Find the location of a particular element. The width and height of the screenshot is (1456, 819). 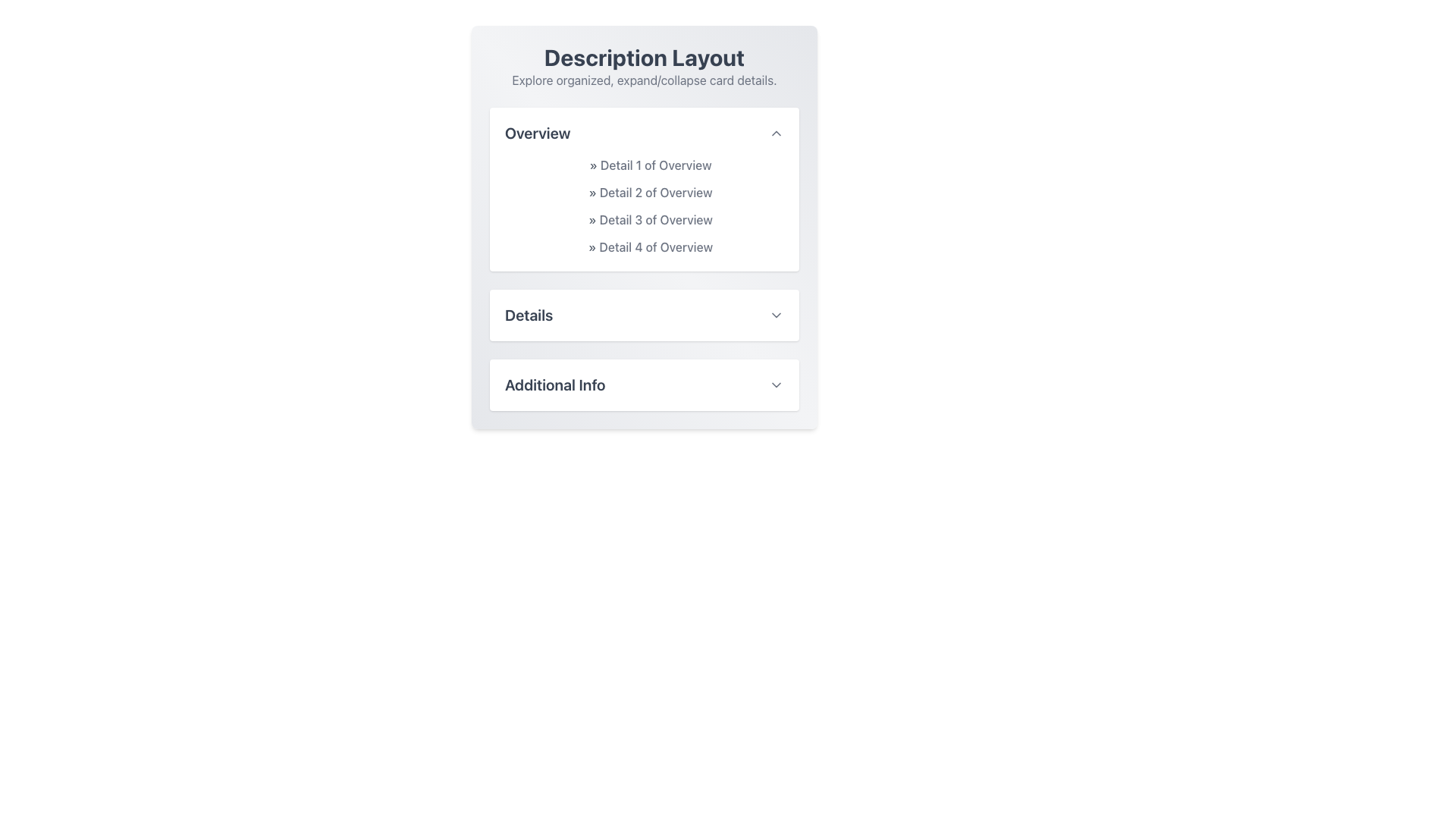

the 'Overview' text label, which is styled in a bold font and grayish-blue color, located in the upper section of the 'Description Layout' panel is located at coordinates (538, 133).